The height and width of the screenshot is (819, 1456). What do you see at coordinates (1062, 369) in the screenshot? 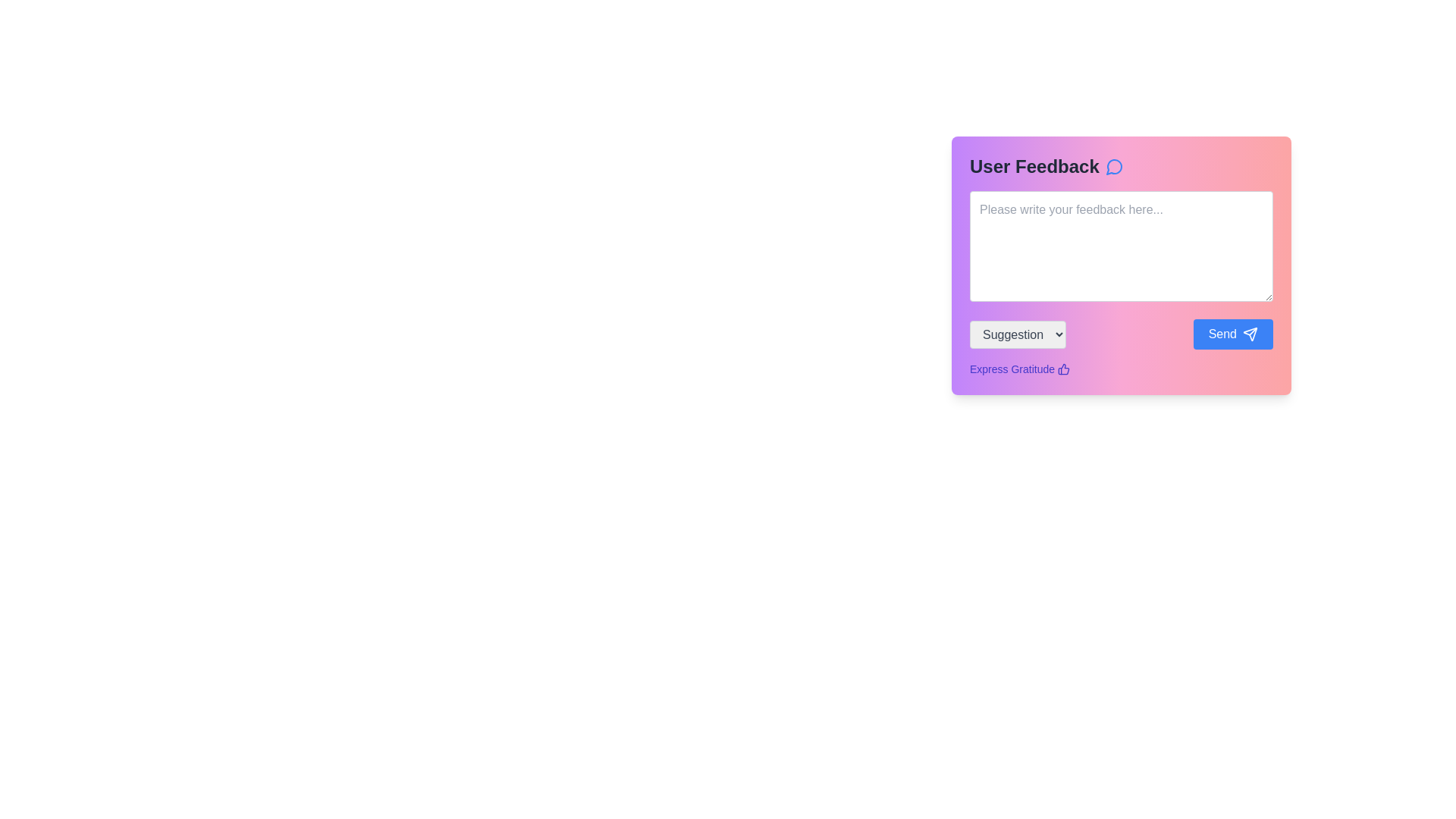
I see `the approval icon located in the bottom-right portion of the feedback form to register approval` at bounding box center [1062, 369].